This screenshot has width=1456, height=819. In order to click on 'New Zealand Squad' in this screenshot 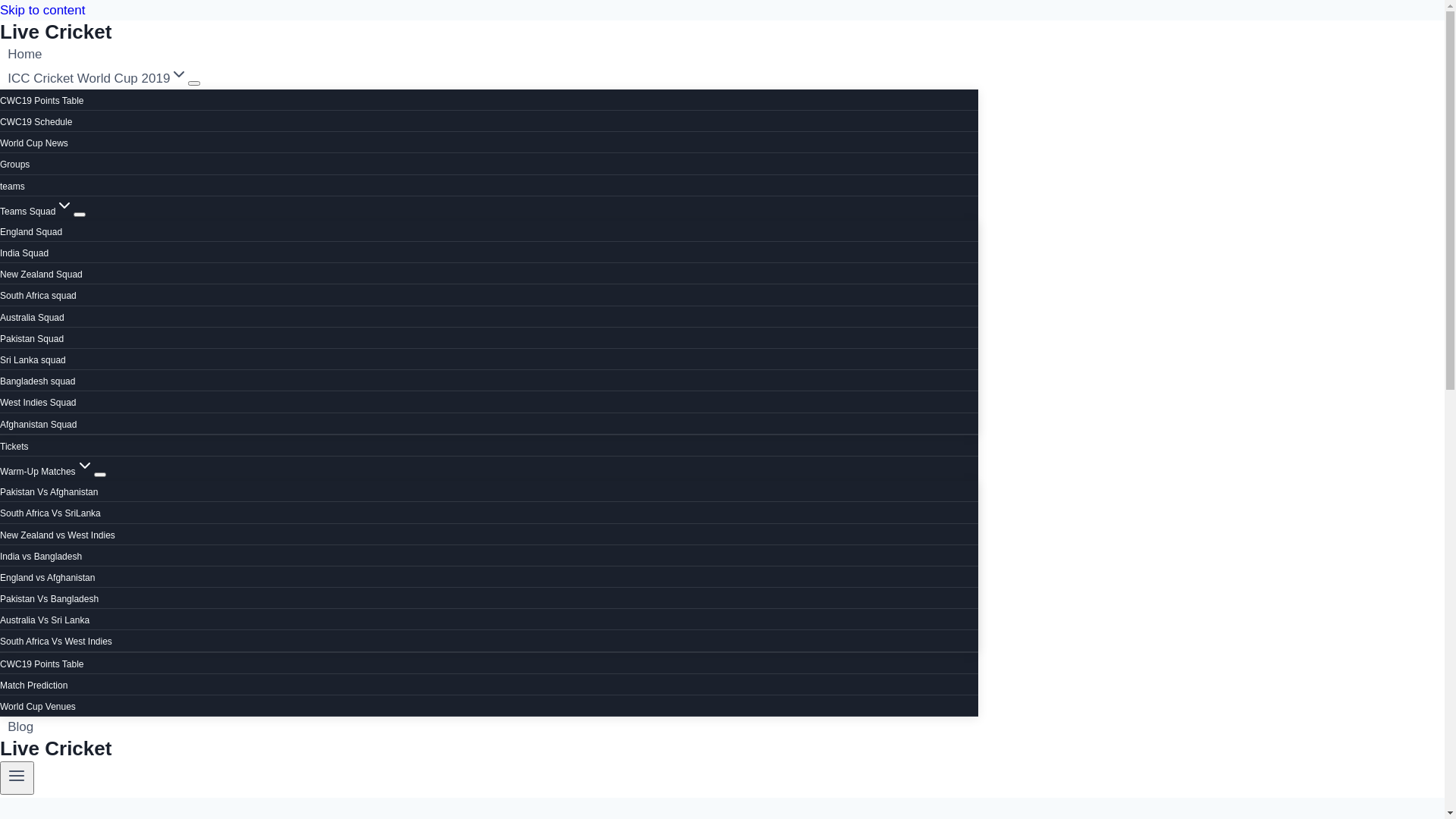, I will do `click(41, 275)`.